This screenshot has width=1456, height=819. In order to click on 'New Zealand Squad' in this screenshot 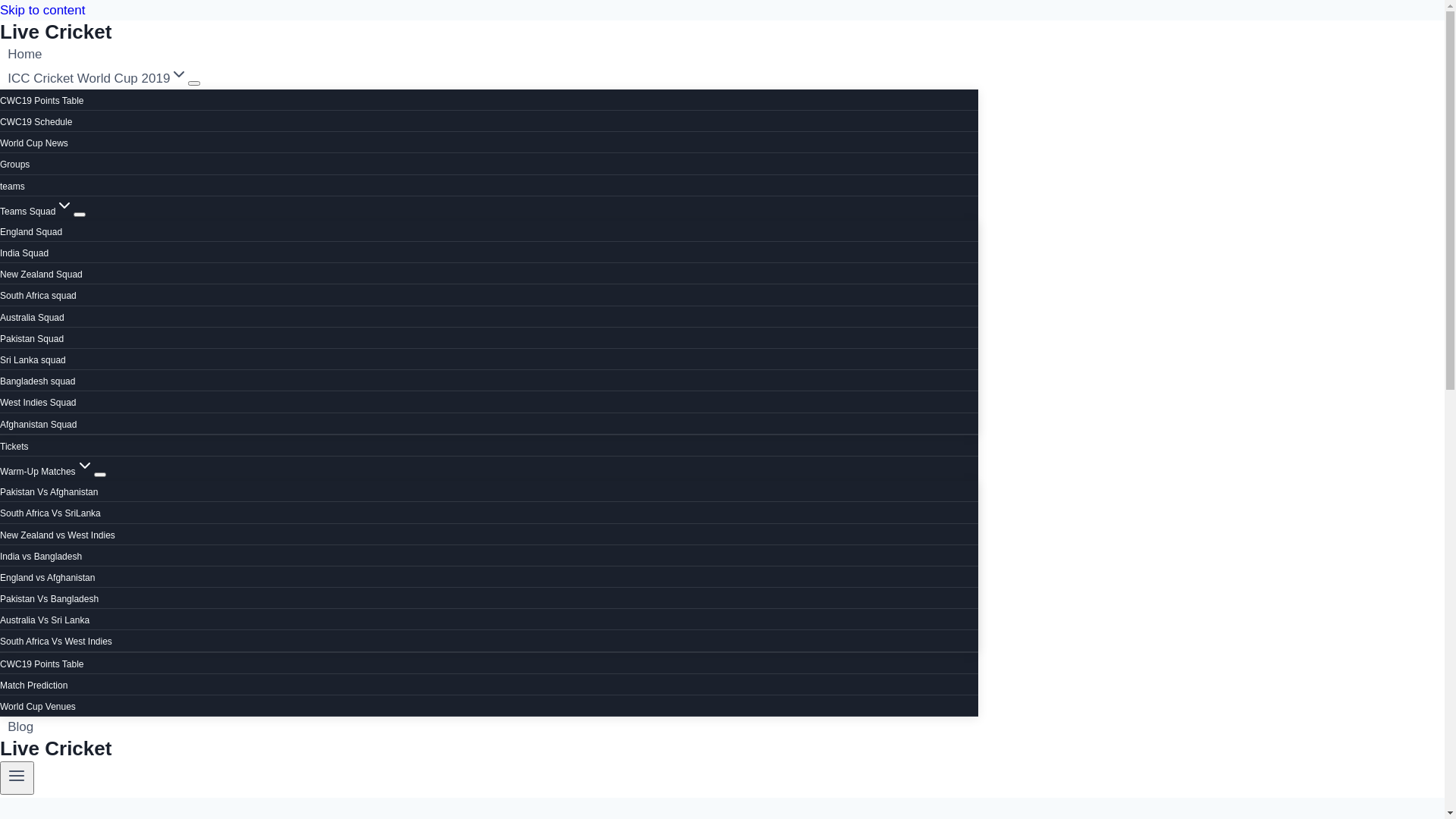, I will do `click(41, 275)`.